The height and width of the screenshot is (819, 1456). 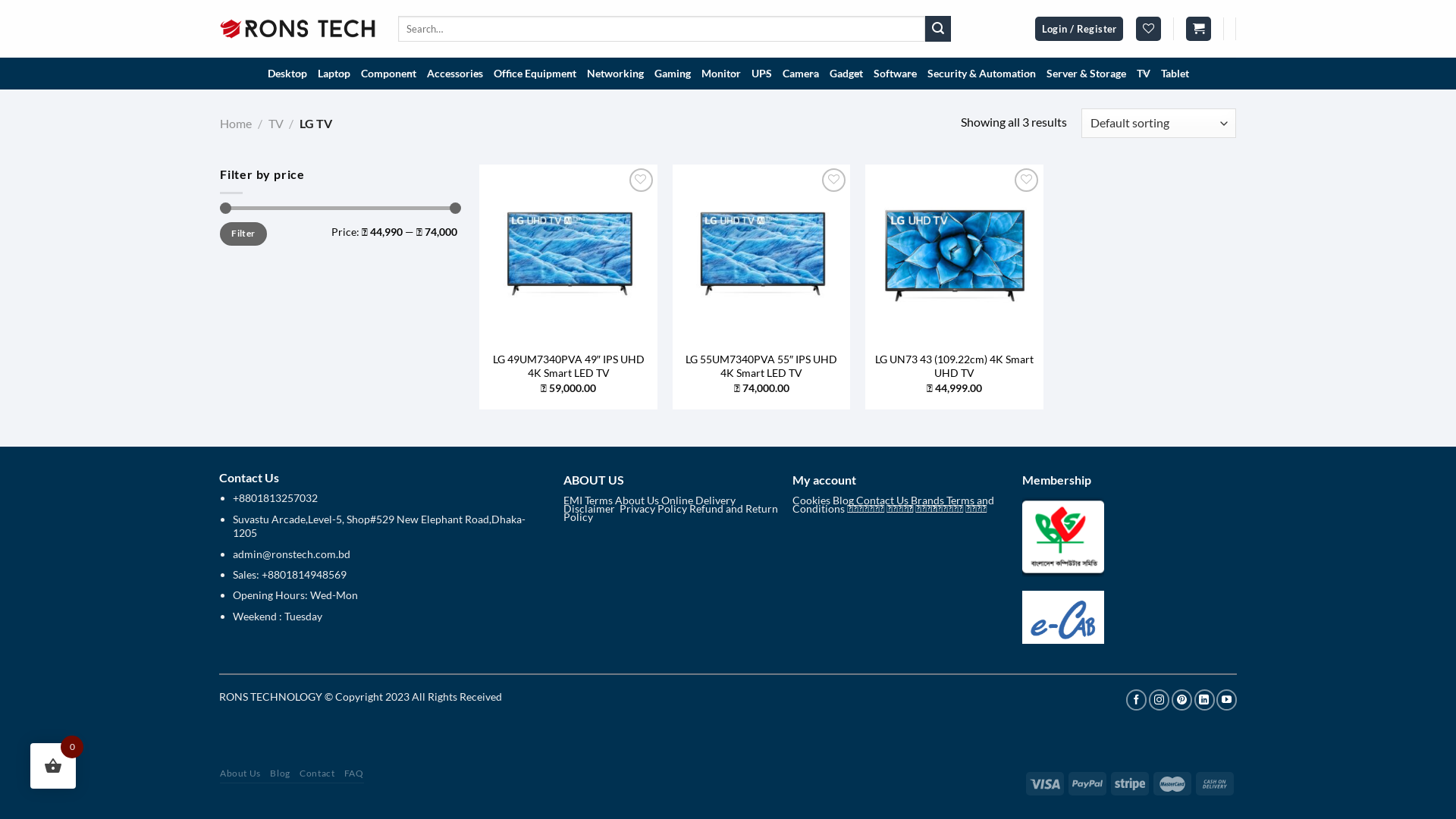 I want to click on 'Accessories', so click(x=454, y=73).